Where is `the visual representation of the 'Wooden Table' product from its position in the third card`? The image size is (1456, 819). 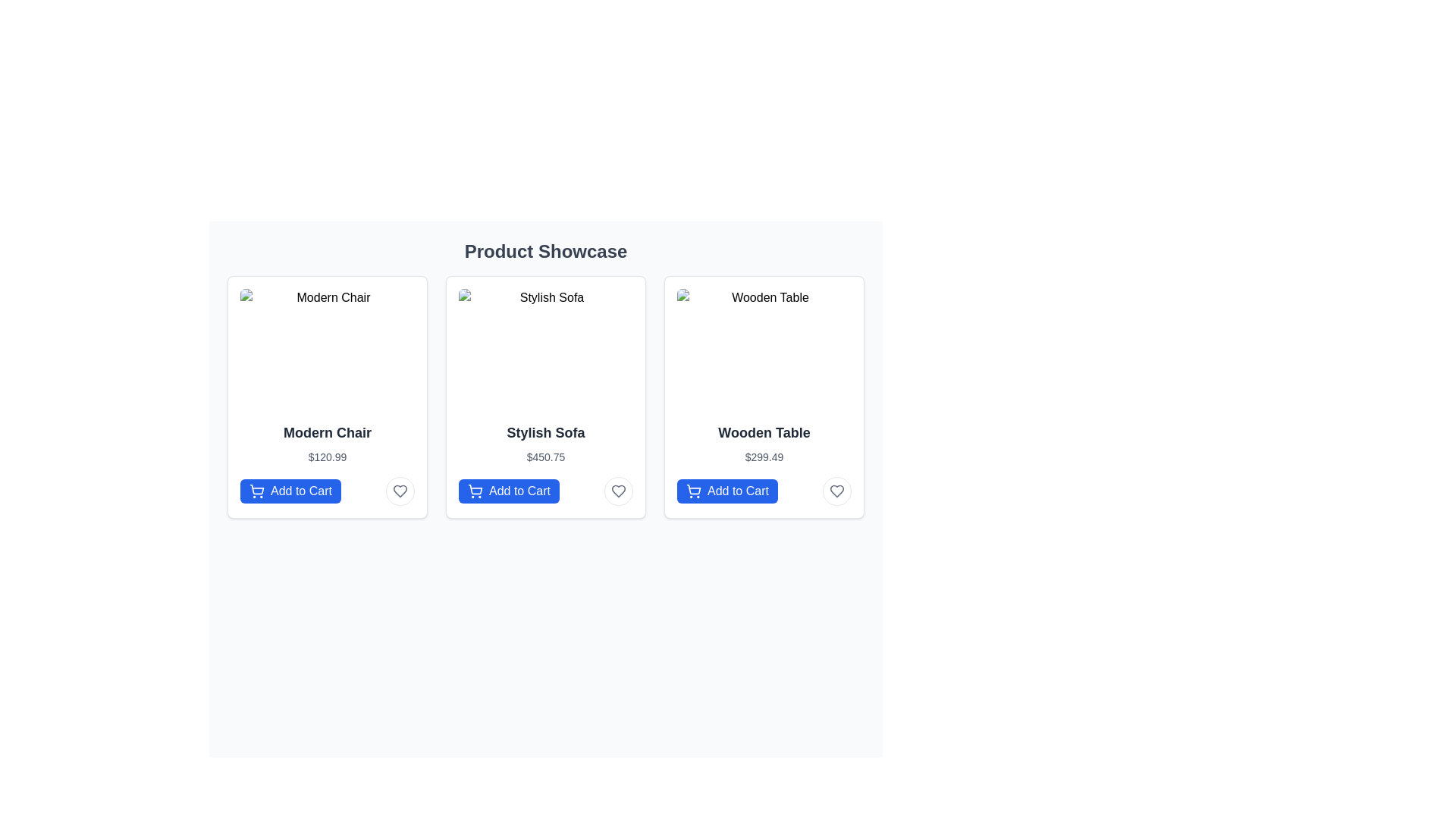 the visual representation of the 'Wooden Table' product from its position in the third card is located at coordinates (764, 350).